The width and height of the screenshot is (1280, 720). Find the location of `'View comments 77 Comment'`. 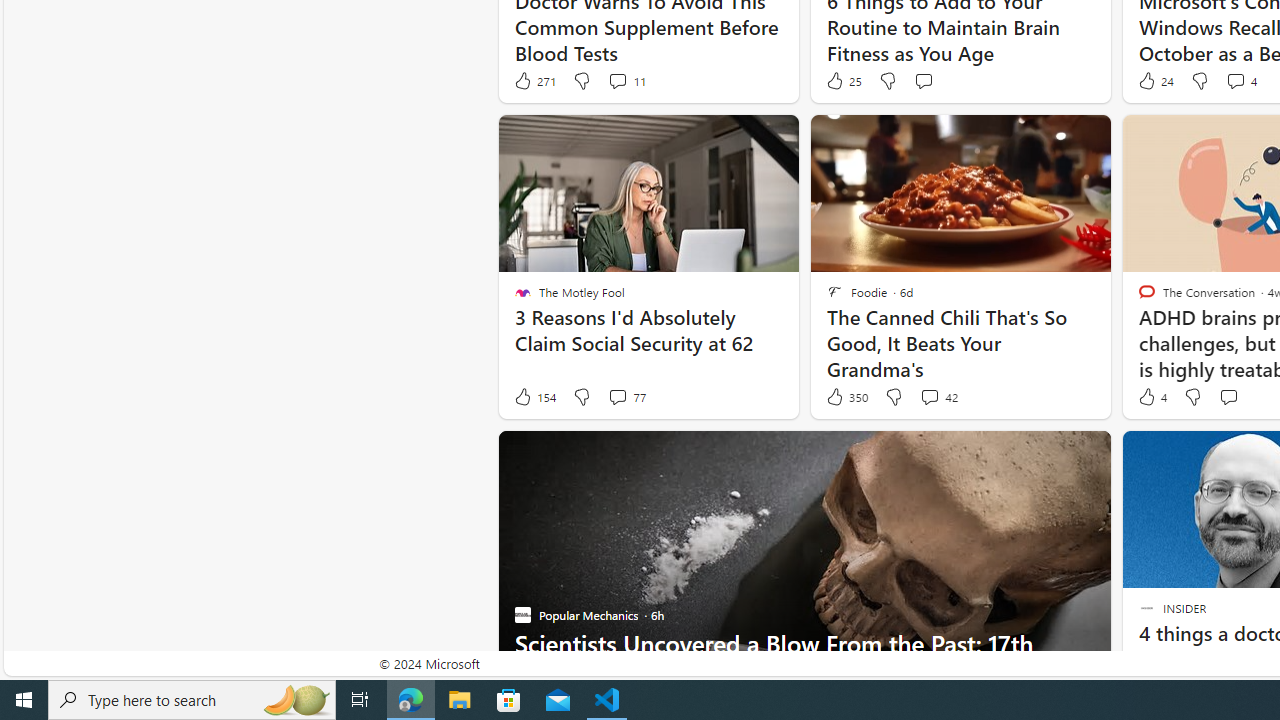

'View comments 77 Comment' is located at coordinates (616, 397).